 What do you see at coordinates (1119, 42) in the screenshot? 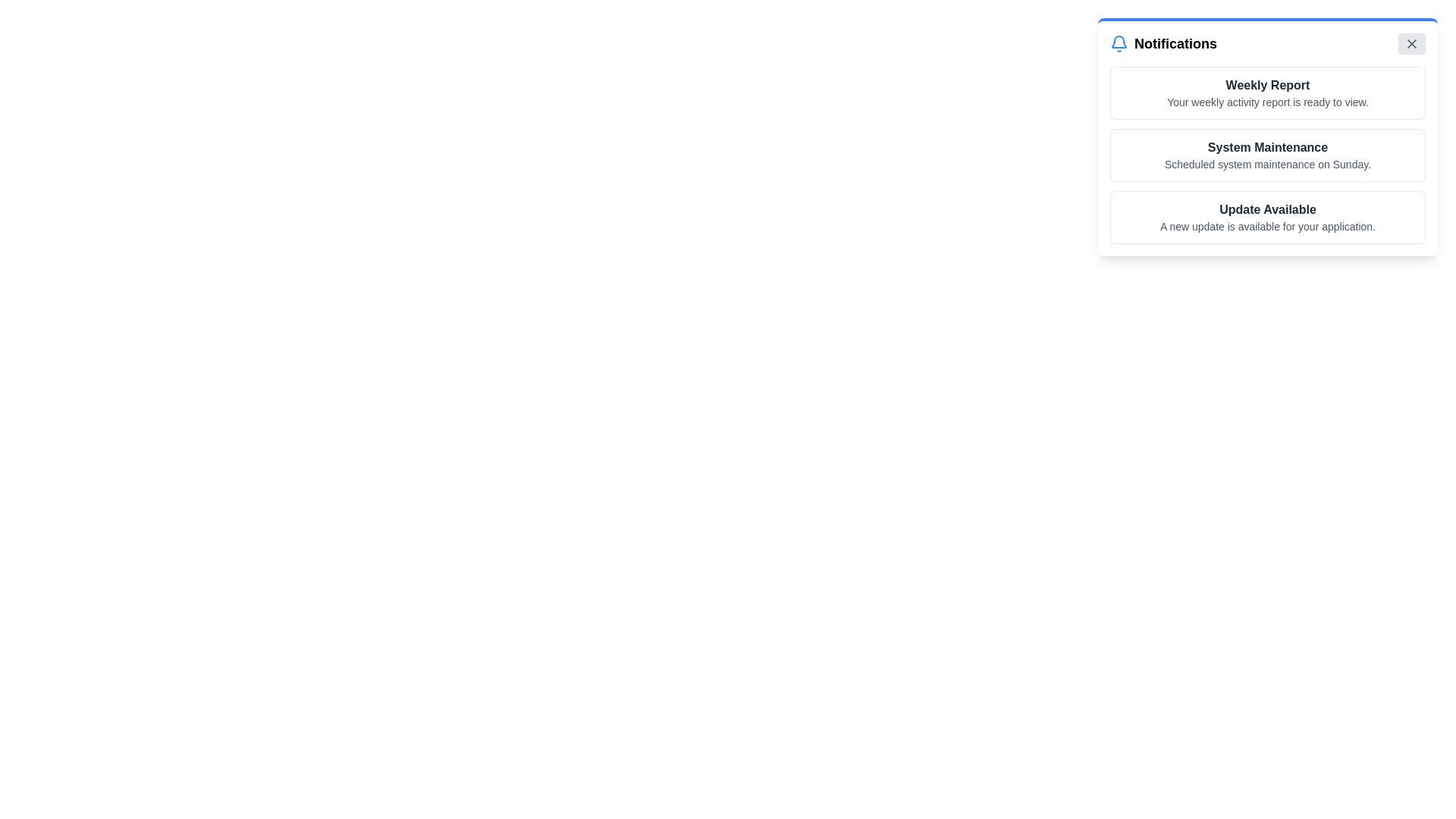
I see `the notification icon to inspect it` at bounding box center [1119, 42].